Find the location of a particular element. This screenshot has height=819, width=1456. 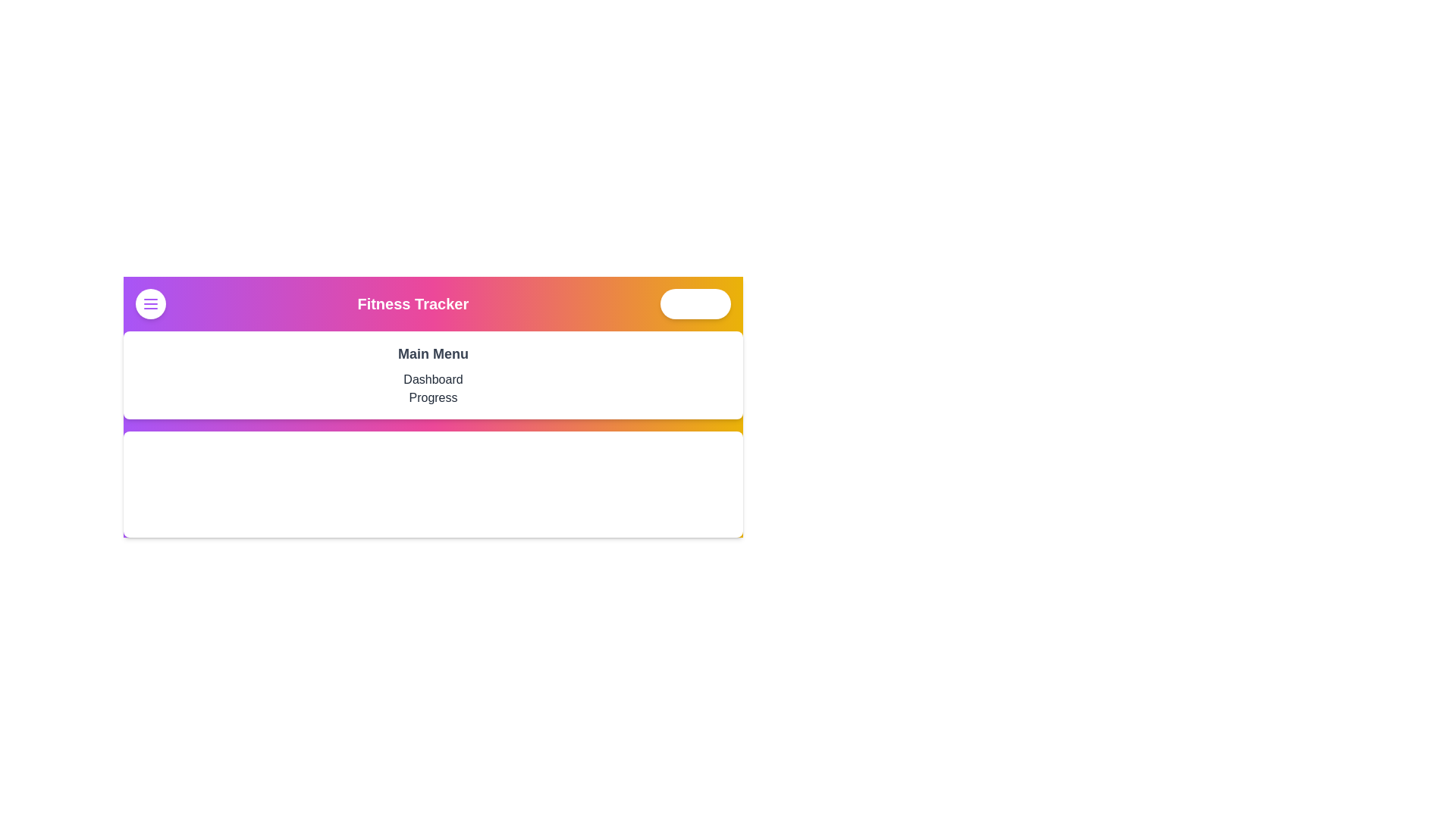

the menu item Progress is located at coordinates (432, 397).